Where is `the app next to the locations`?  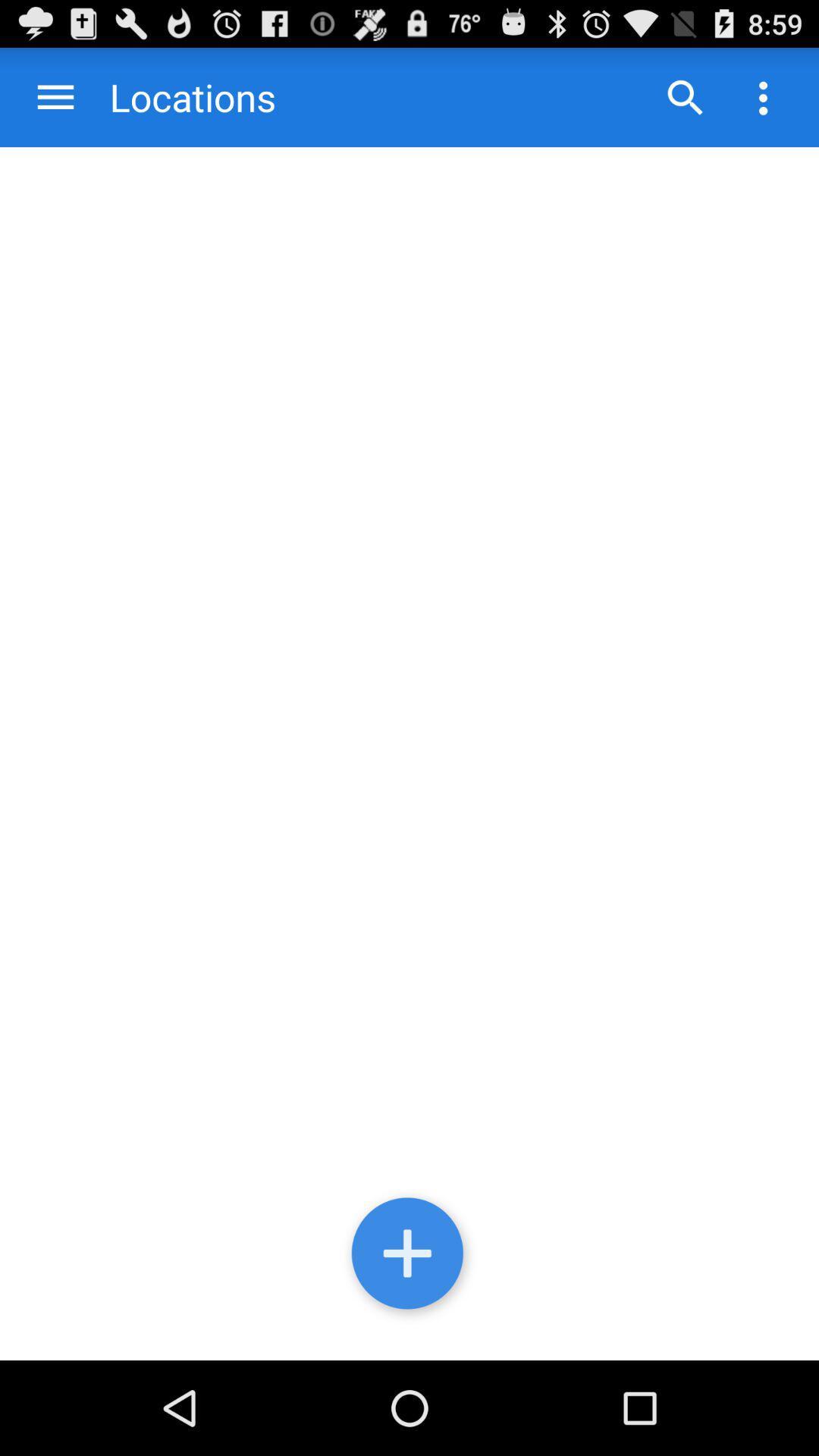
the app next to the locations is located at coordinates (55, 96).